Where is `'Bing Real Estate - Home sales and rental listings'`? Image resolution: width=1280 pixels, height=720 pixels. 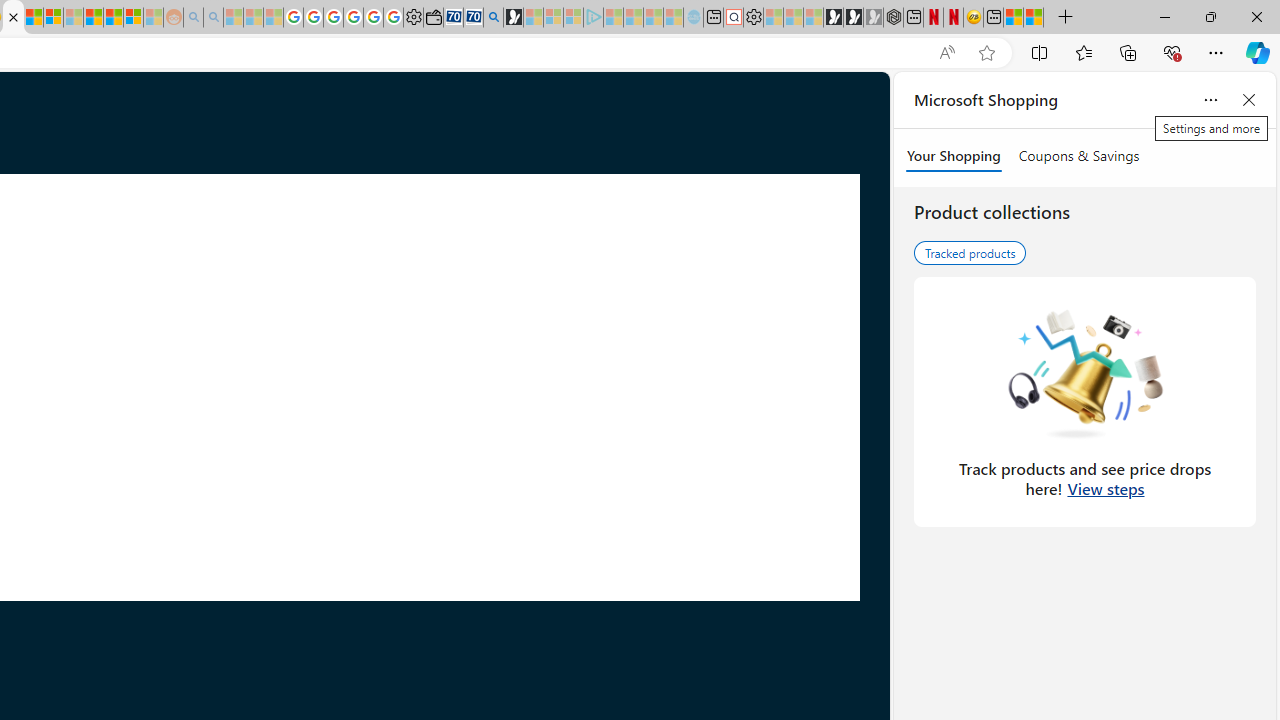 'Bing Real Estate - Home sales and rental listings' is located at coordinates (493, 17).